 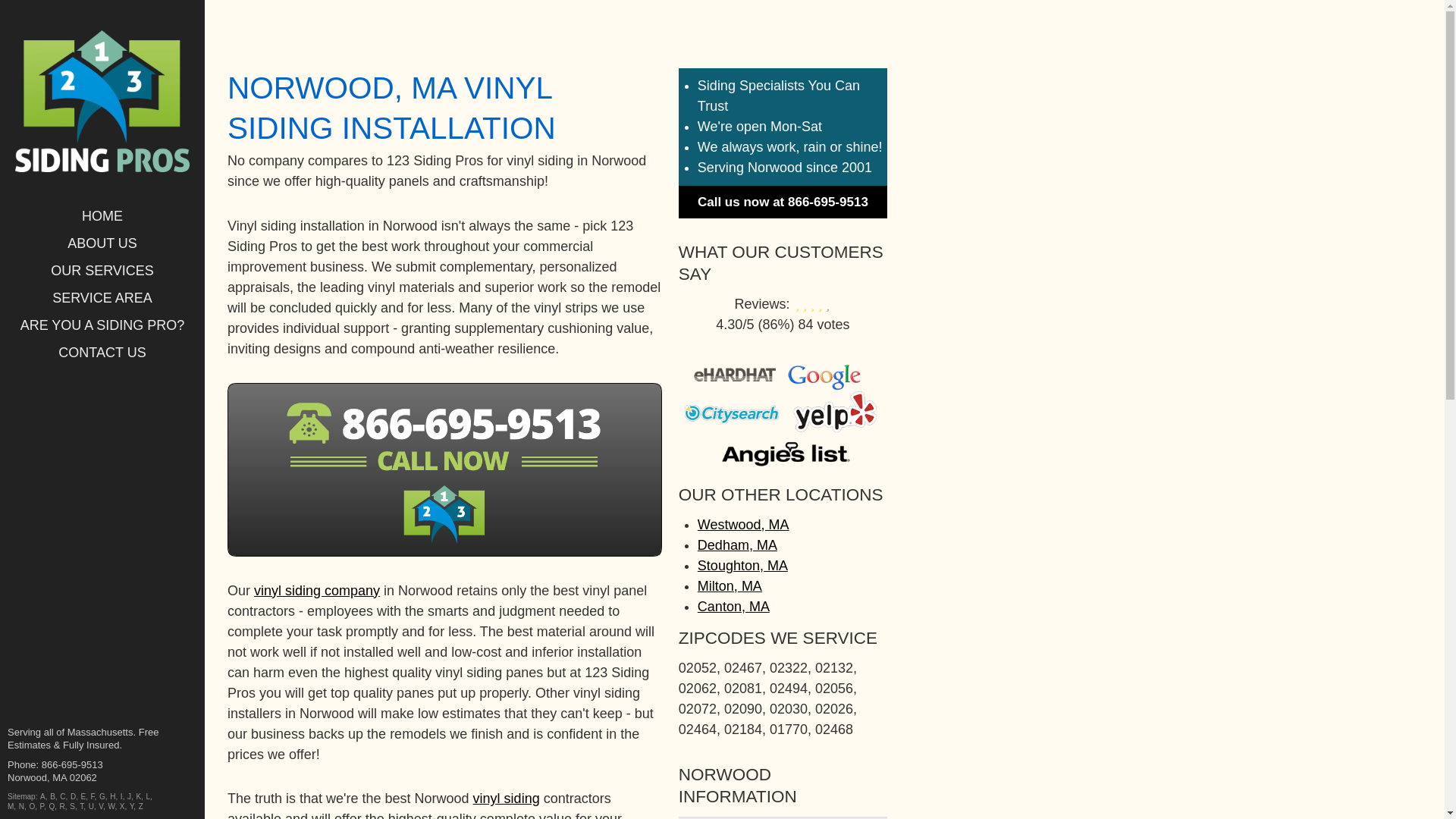 What do you see at coordinates (149, 795) in the screenshot?
I see `'L'` at bounding box center [149, 795].